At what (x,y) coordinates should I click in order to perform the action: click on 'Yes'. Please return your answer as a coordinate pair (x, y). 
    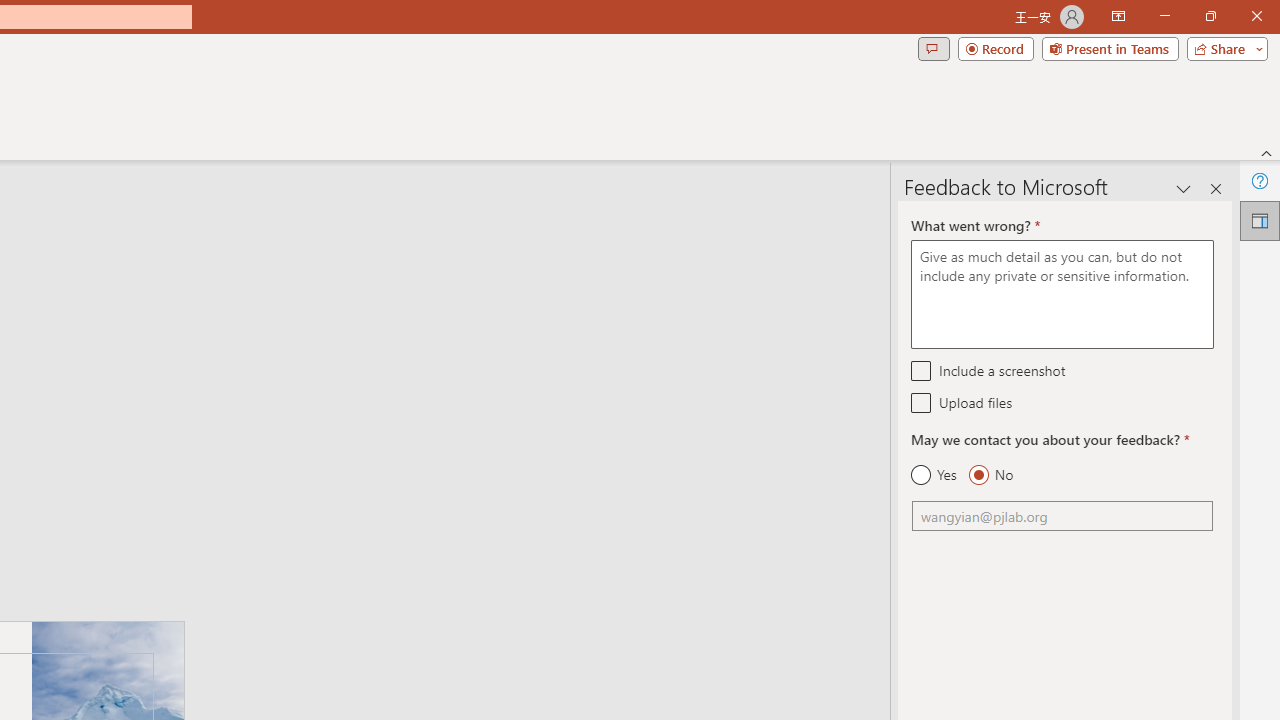
    Looking at the image, I should click on (933, 475).